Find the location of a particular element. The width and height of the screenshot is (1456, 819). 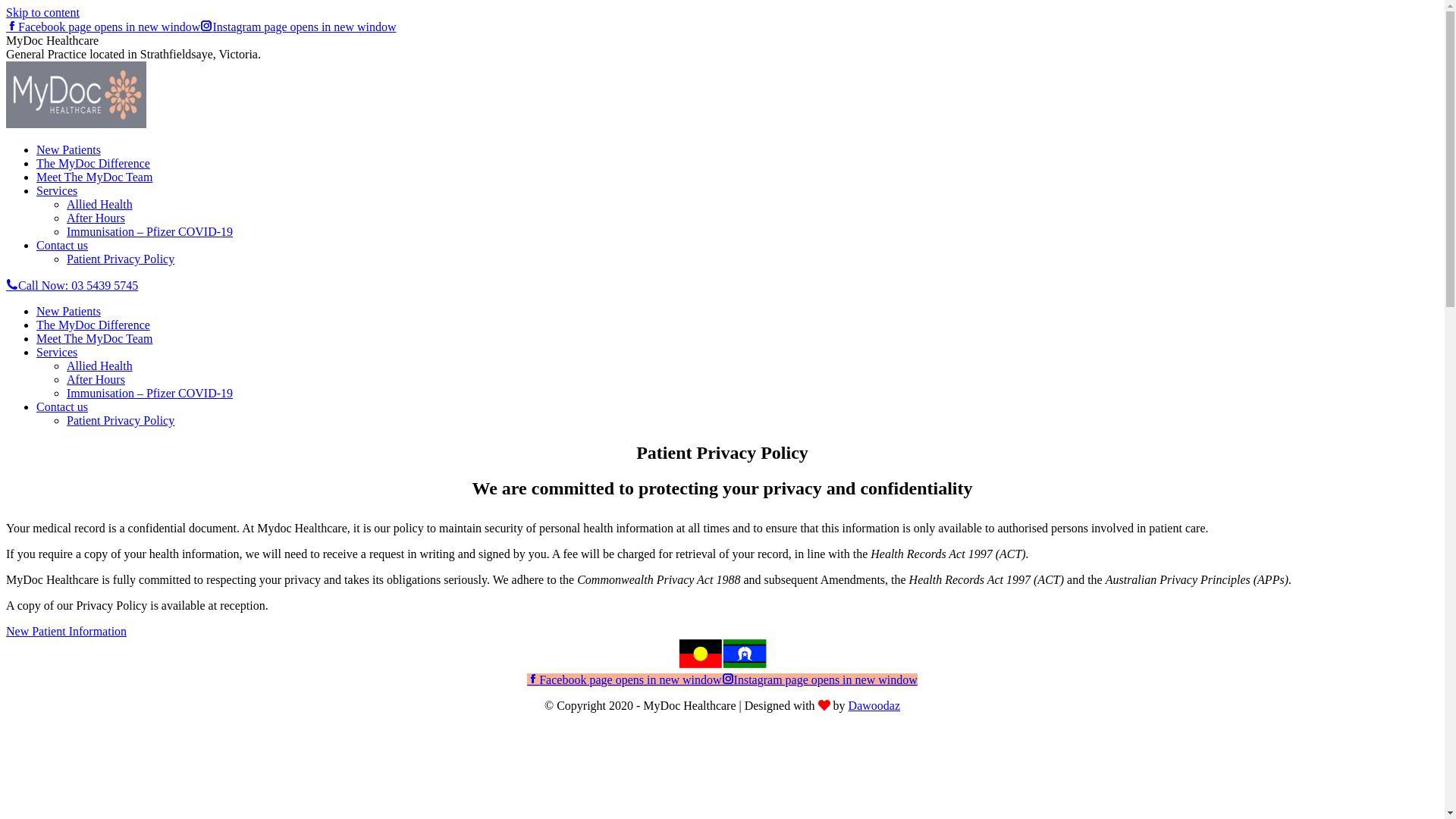

'New Patients' is located at coordinates (36, 149).